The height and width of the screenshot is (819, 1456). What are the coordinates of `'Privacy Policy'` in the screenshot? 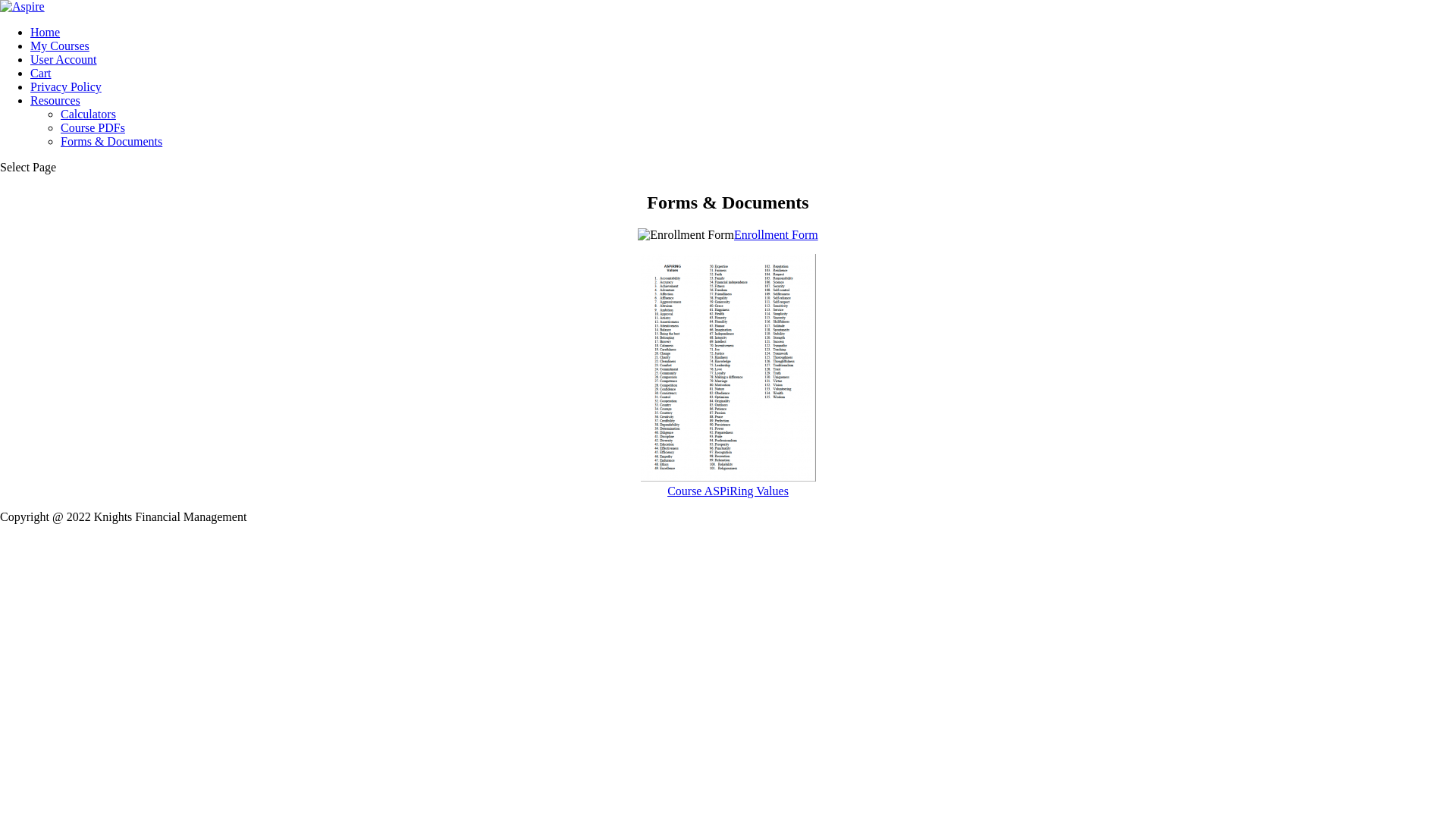 It's located at (64, 86).